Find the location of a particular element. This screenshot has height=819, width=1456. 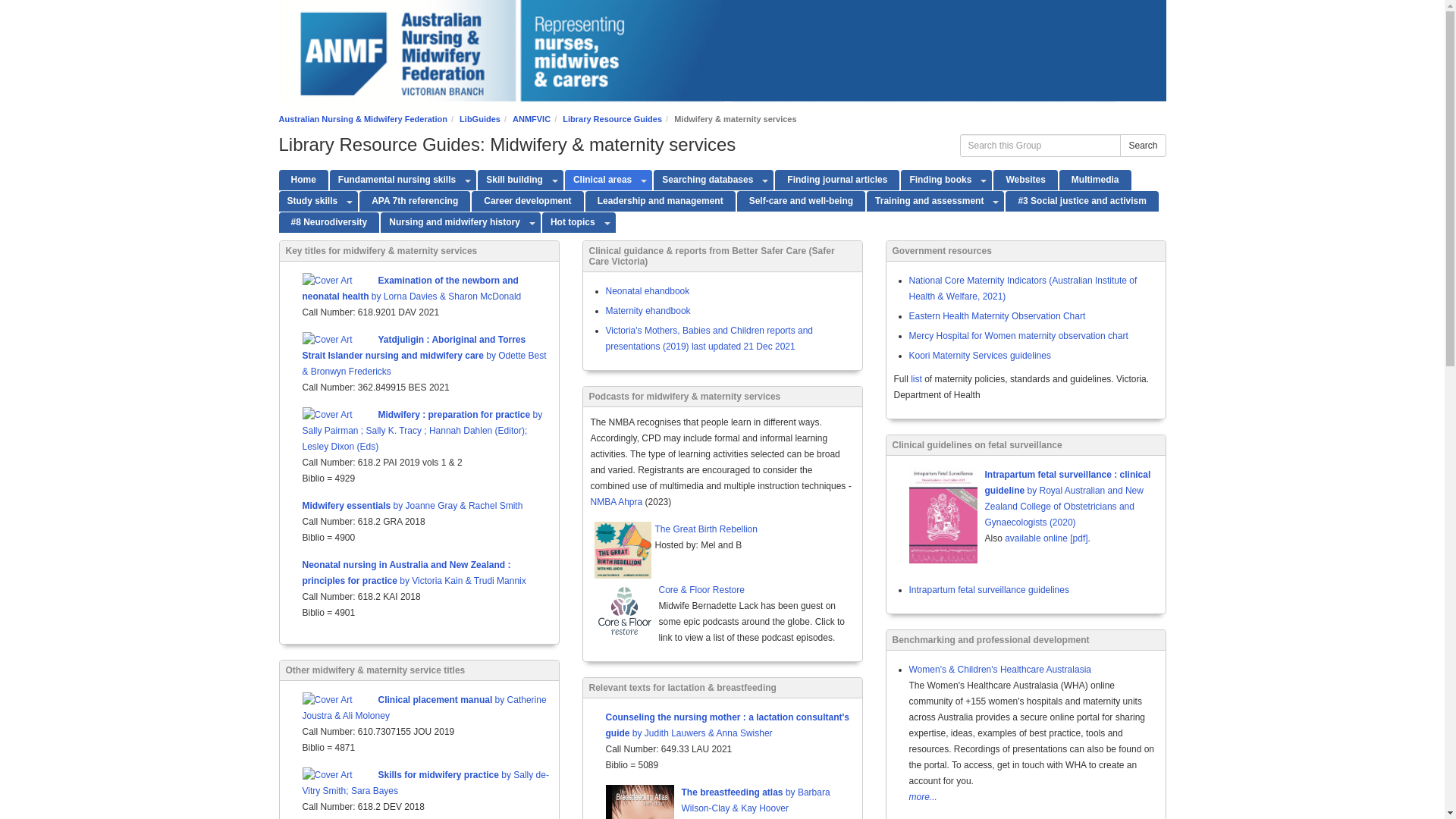

'#3 Social justice and activism' is located at coordinates (1081, 200).